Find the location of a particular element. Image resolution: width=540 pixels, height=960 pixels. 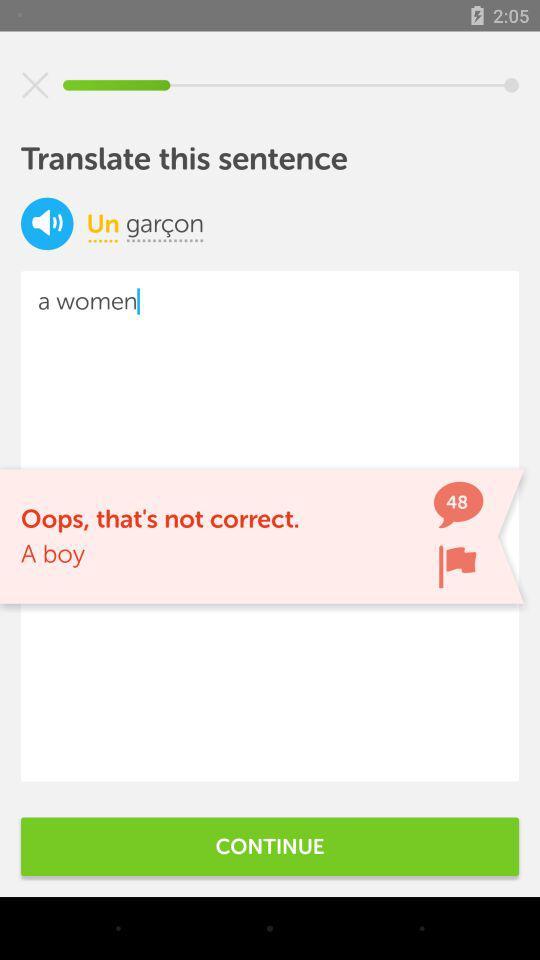

the item to the right of   item is located at coordinates (164, 223).